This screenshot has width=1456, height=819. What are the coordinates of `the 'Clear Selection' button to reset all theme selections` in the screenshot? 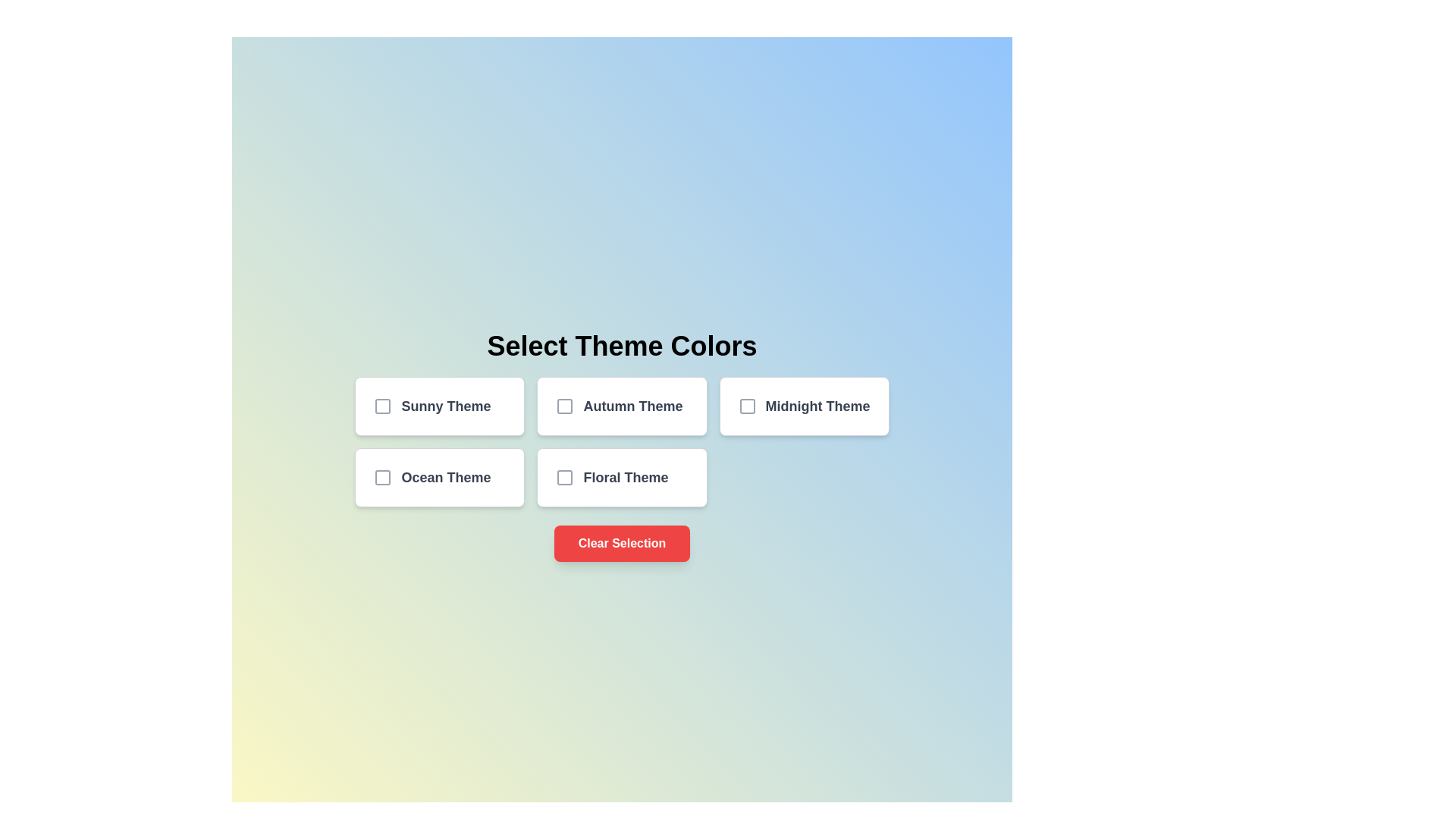 It's located at (622, 543).